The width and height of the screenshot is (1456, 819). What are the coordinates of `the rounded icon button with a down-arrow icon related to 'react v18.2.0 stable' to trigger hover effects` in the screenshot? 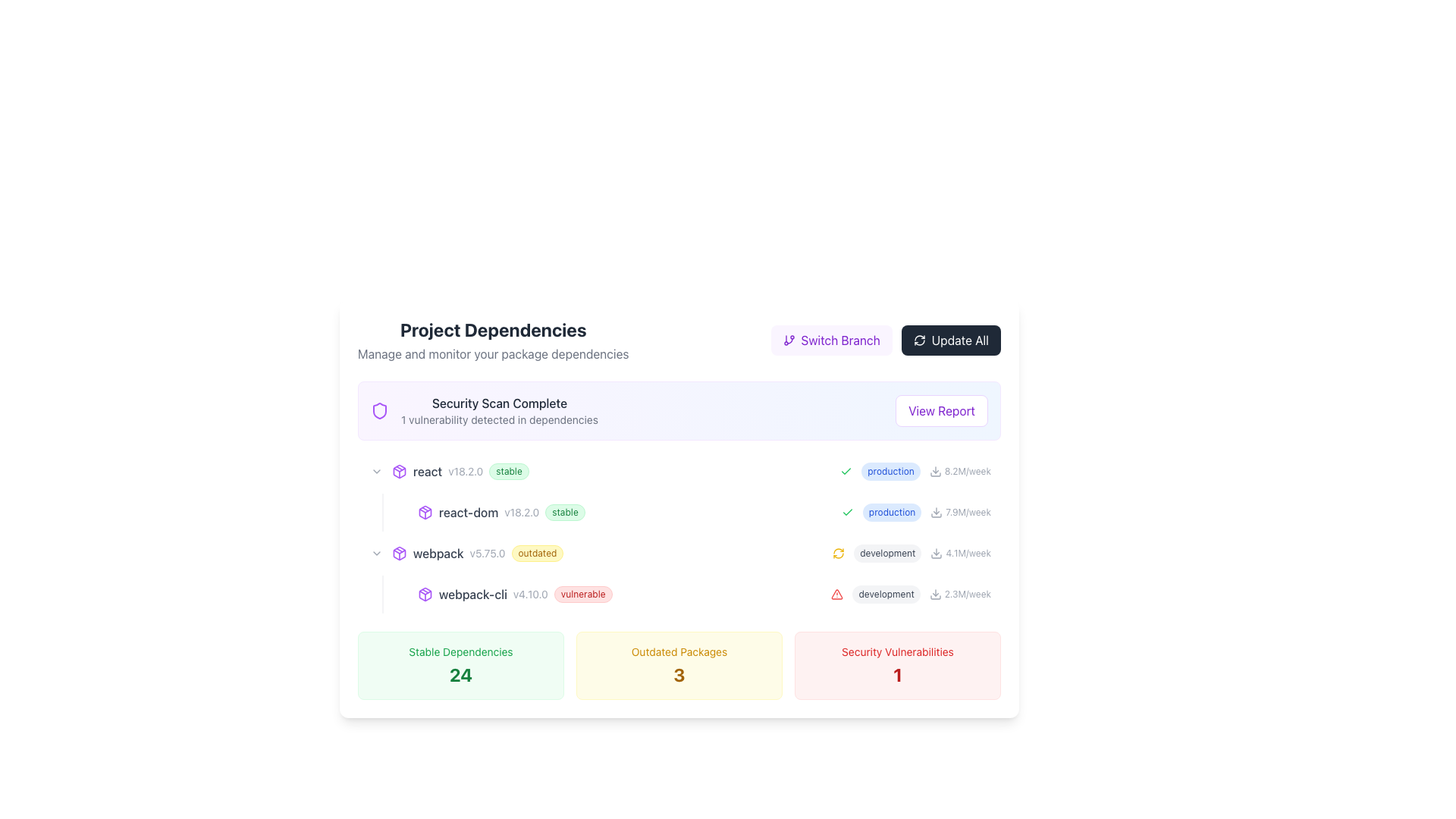 It's located at (377, 470).